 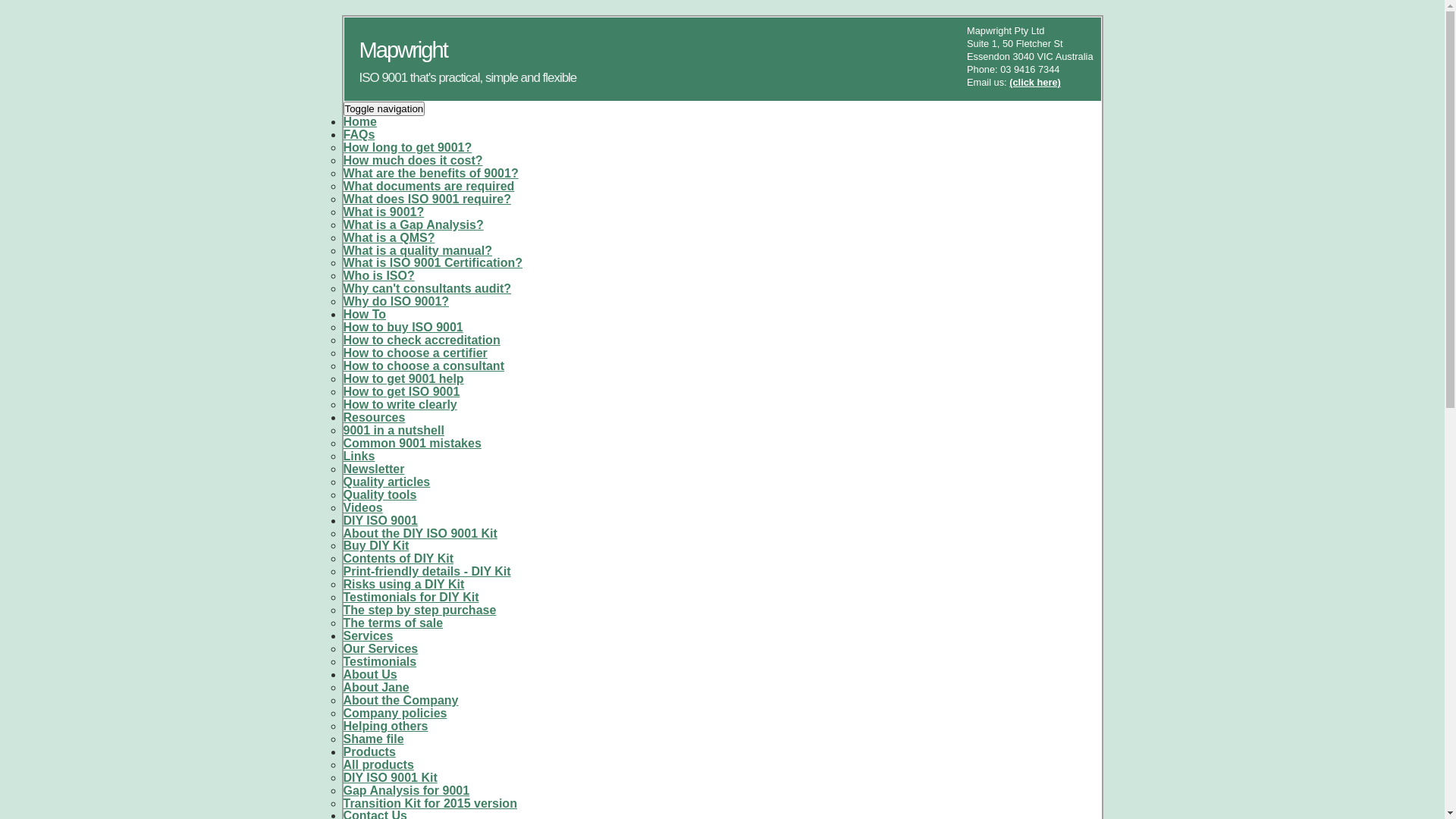 What do you see at coordinates (393, 430) in the screenshot?
I see `'9001 in a nutshell'` at bounding box center [393, 430].